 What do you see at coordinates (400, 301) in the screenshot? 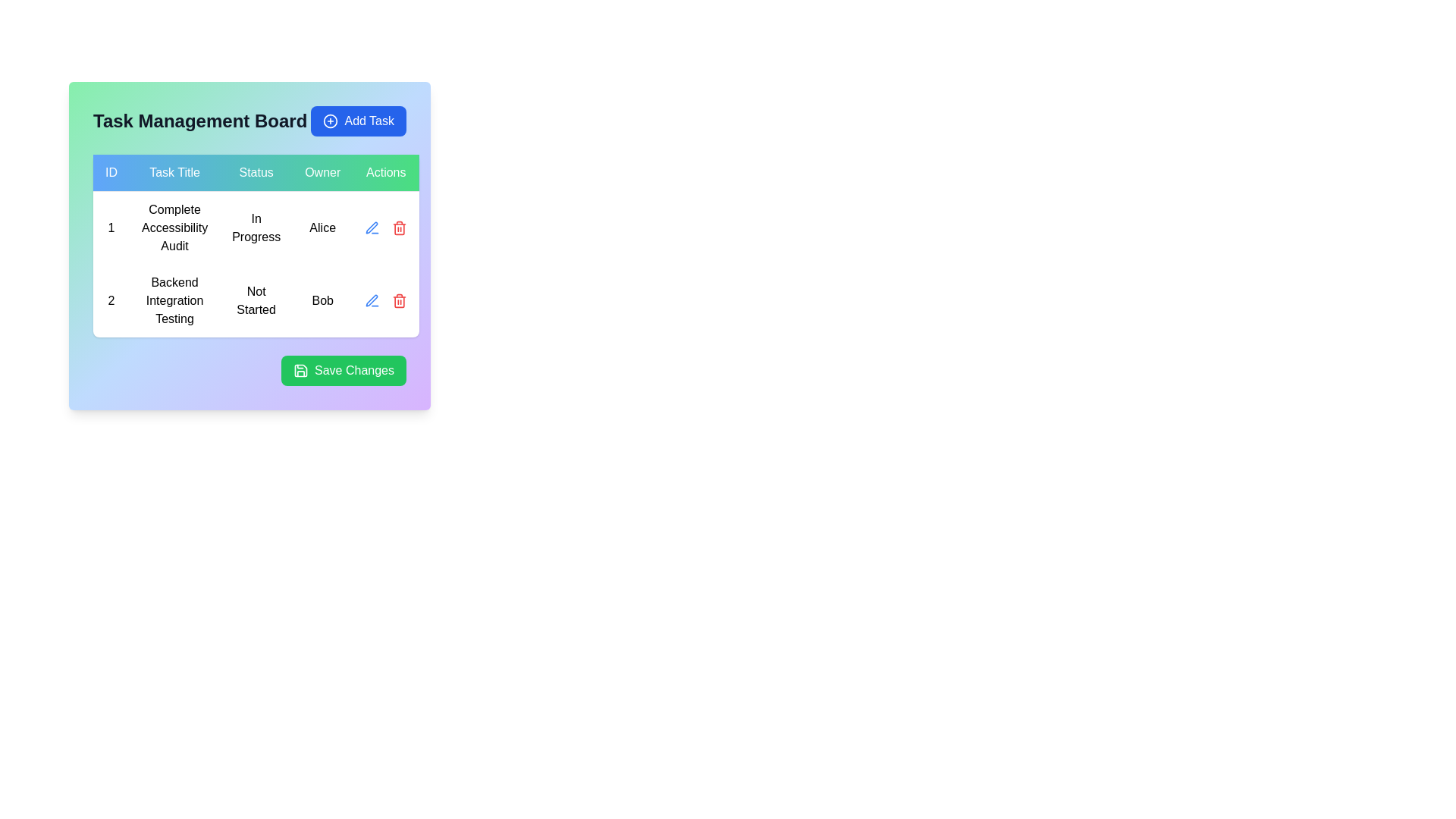
I see `the red trash can icon button located in the 'Actions' column of the second row in the task management table` at bounding box center [400, 301].